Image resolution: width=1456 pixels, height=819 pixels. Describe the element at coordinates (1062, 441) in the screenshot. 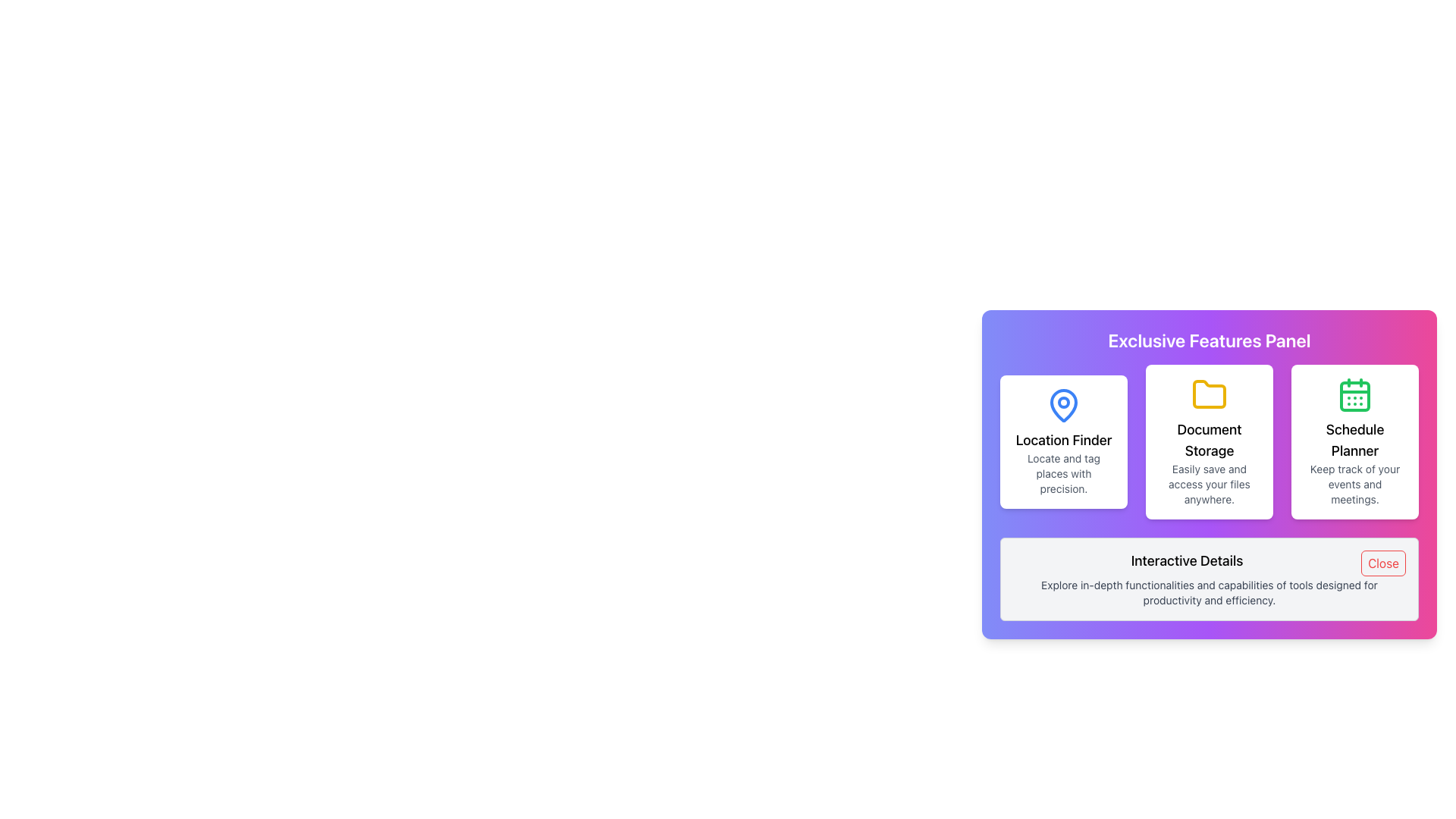

I see `text content of the 'Location Finder' text component, which is displayed in bold, medium-sized font and is centered below a location pin icon` at that location.